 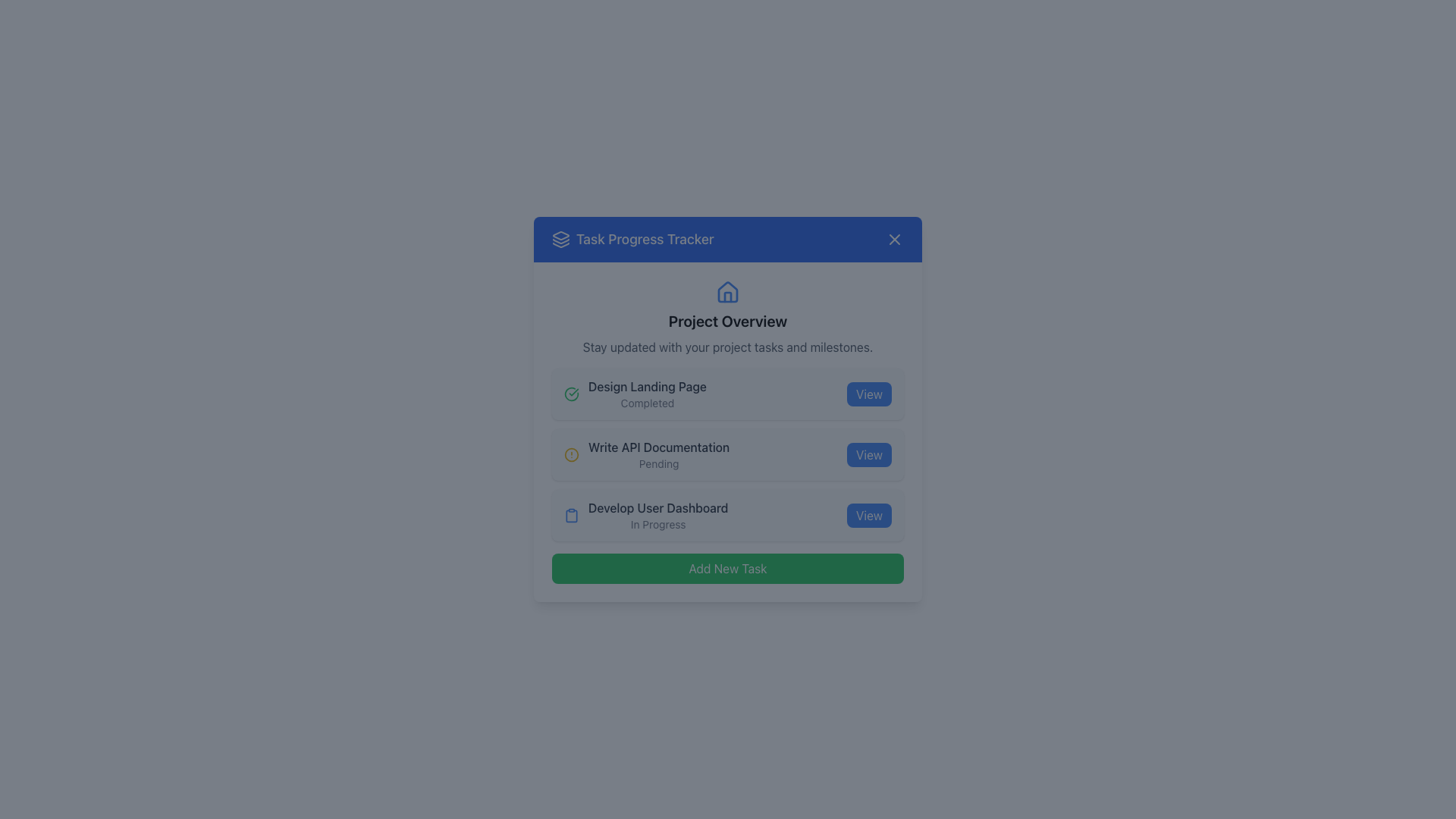 I want to click on the bottommost layer of the graphical vector element in the SVG component, which is part of the 'Task Progress Tracker' header, so click(x=560, y=244).